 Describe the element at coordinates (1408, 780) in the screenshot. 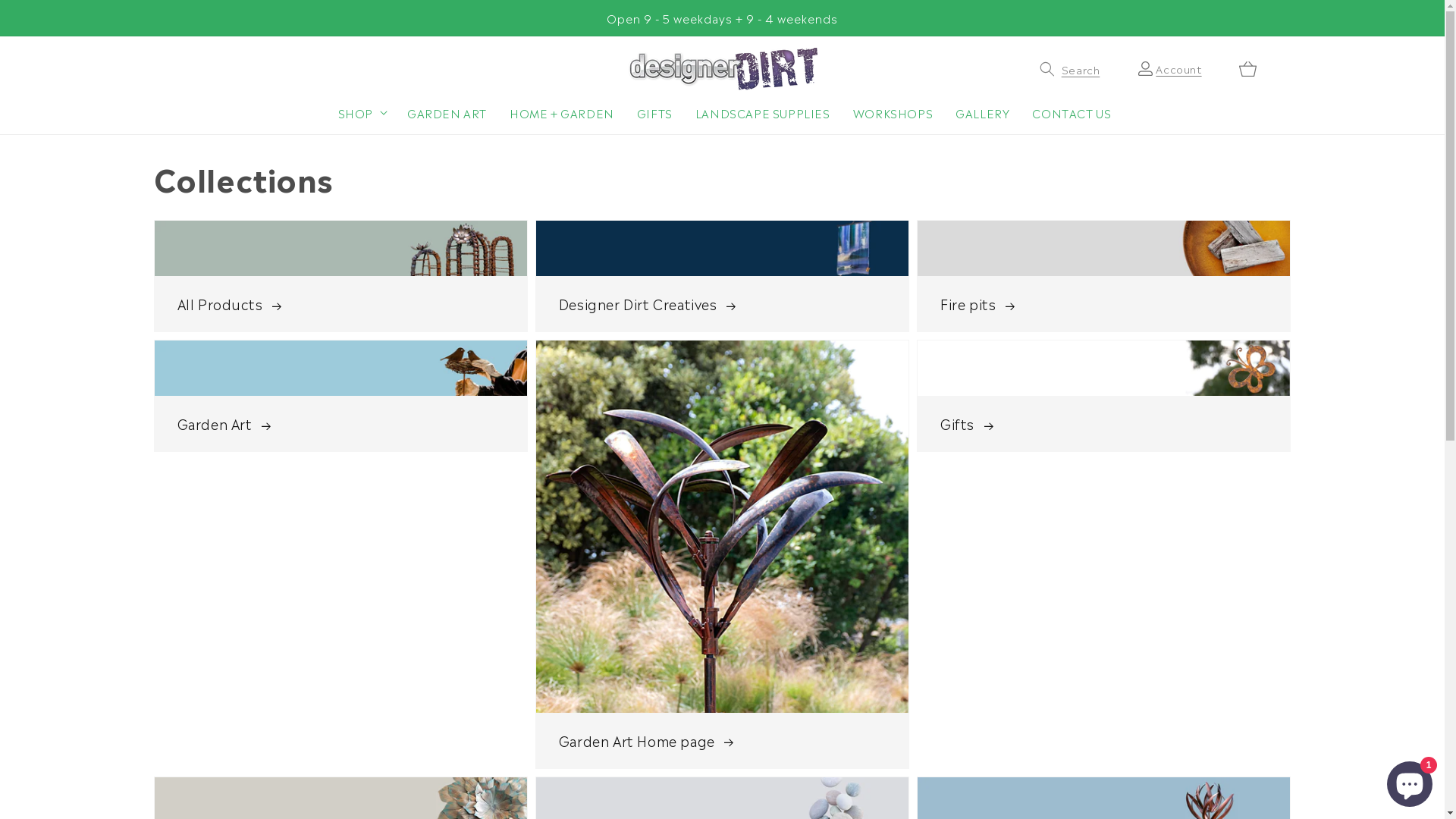

I see `'Shopify online store chat'` at that location.